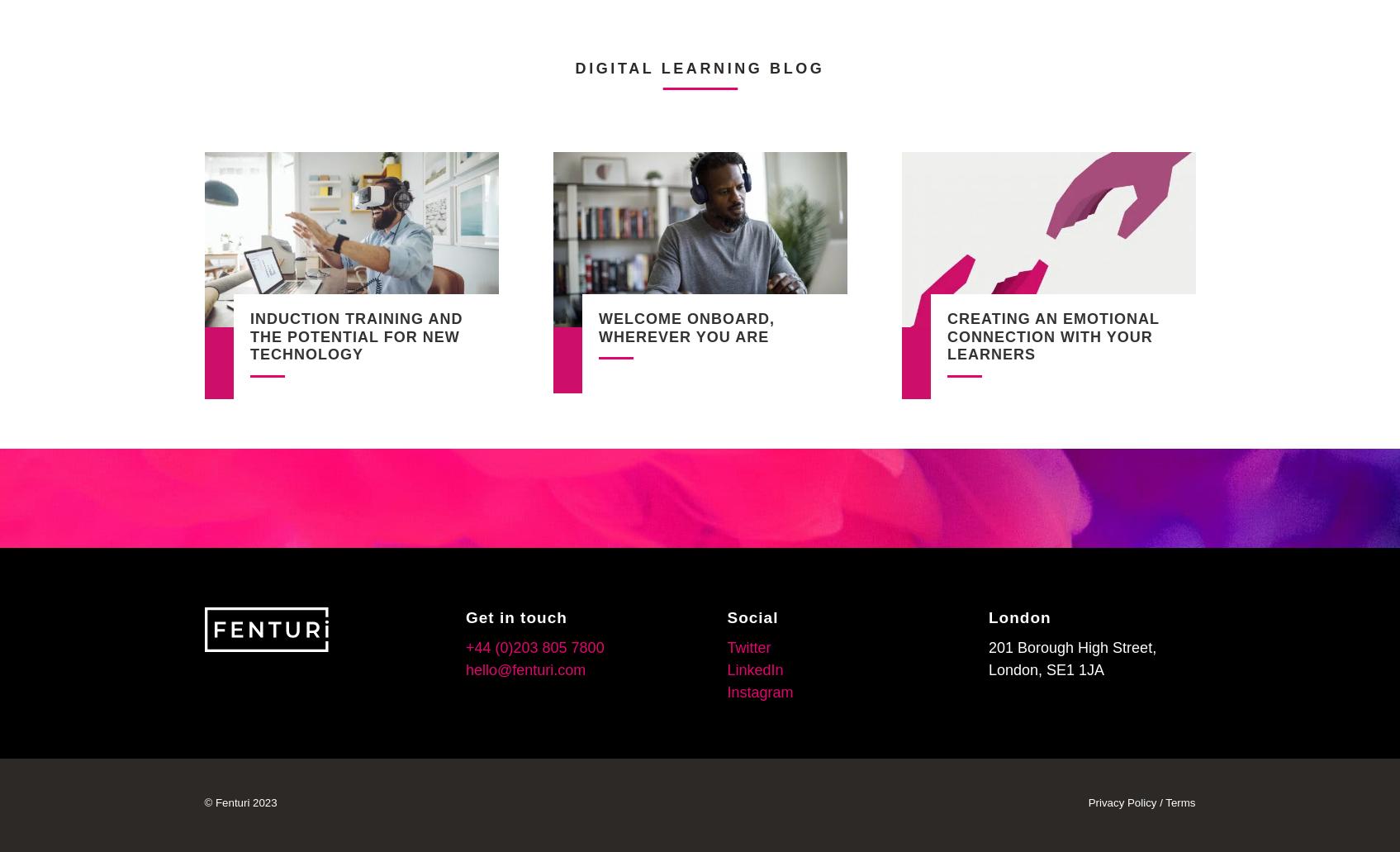 The width and height of the screenshot is (1400, 852). What do you see at coordinates (726, 616) in the screenshot?
I see `'Social'` at bounding box center [726, 616].